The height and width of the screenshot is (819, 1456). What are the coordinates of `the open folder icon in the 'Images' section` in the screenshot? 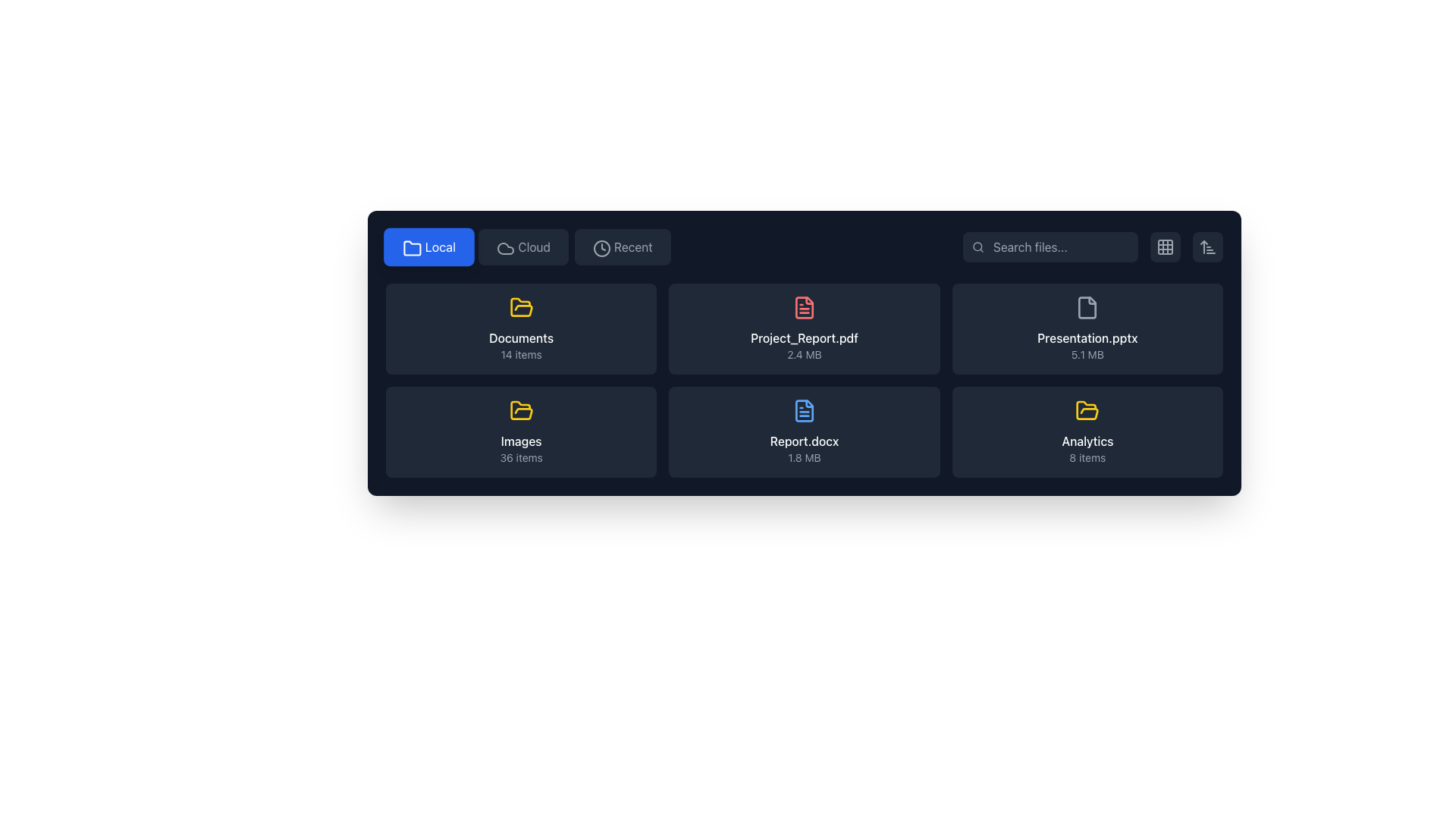 It's located at (521, 307).